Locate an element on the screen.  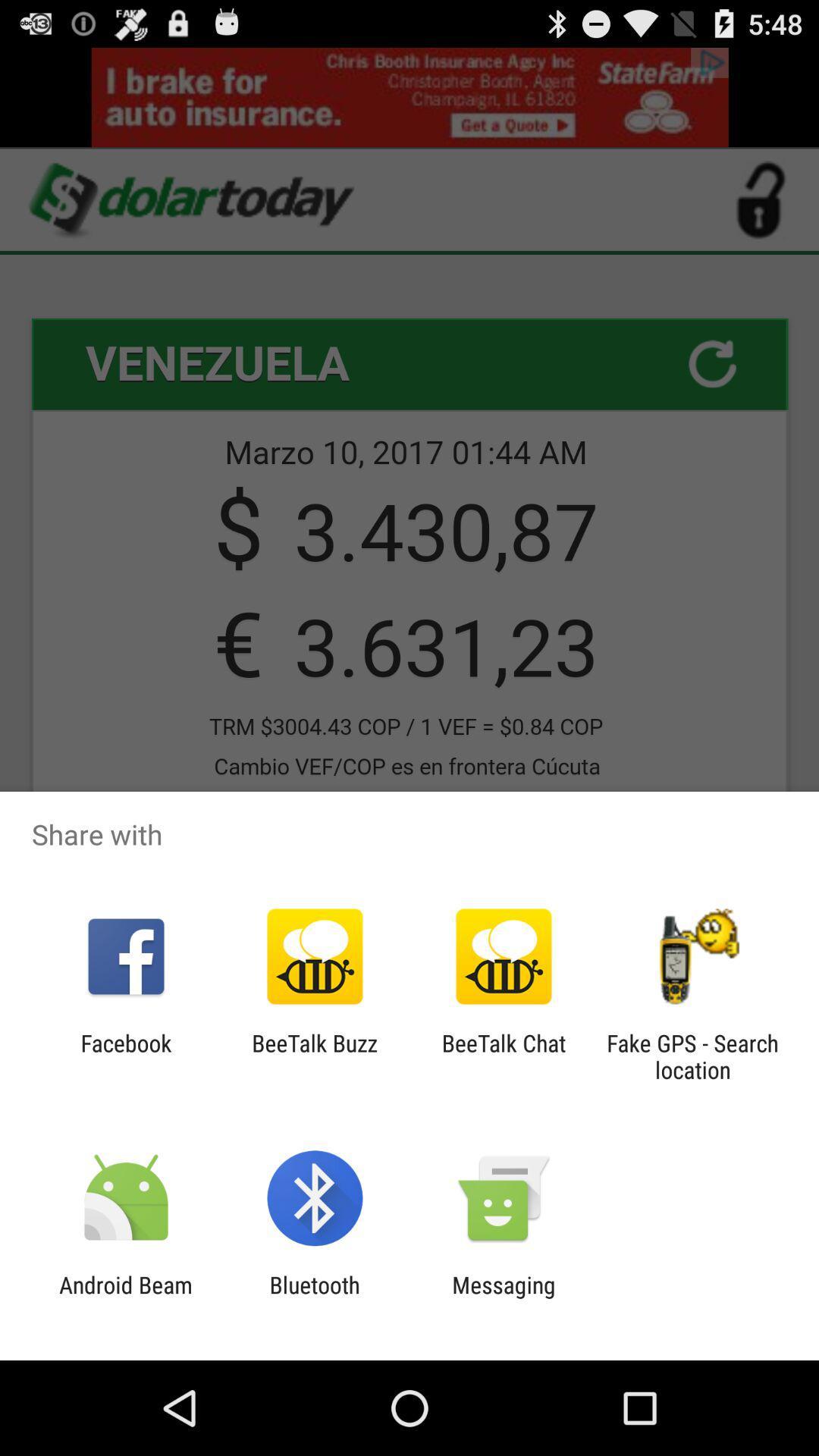
the bluetooth app is located at coordinates (314, 1298).